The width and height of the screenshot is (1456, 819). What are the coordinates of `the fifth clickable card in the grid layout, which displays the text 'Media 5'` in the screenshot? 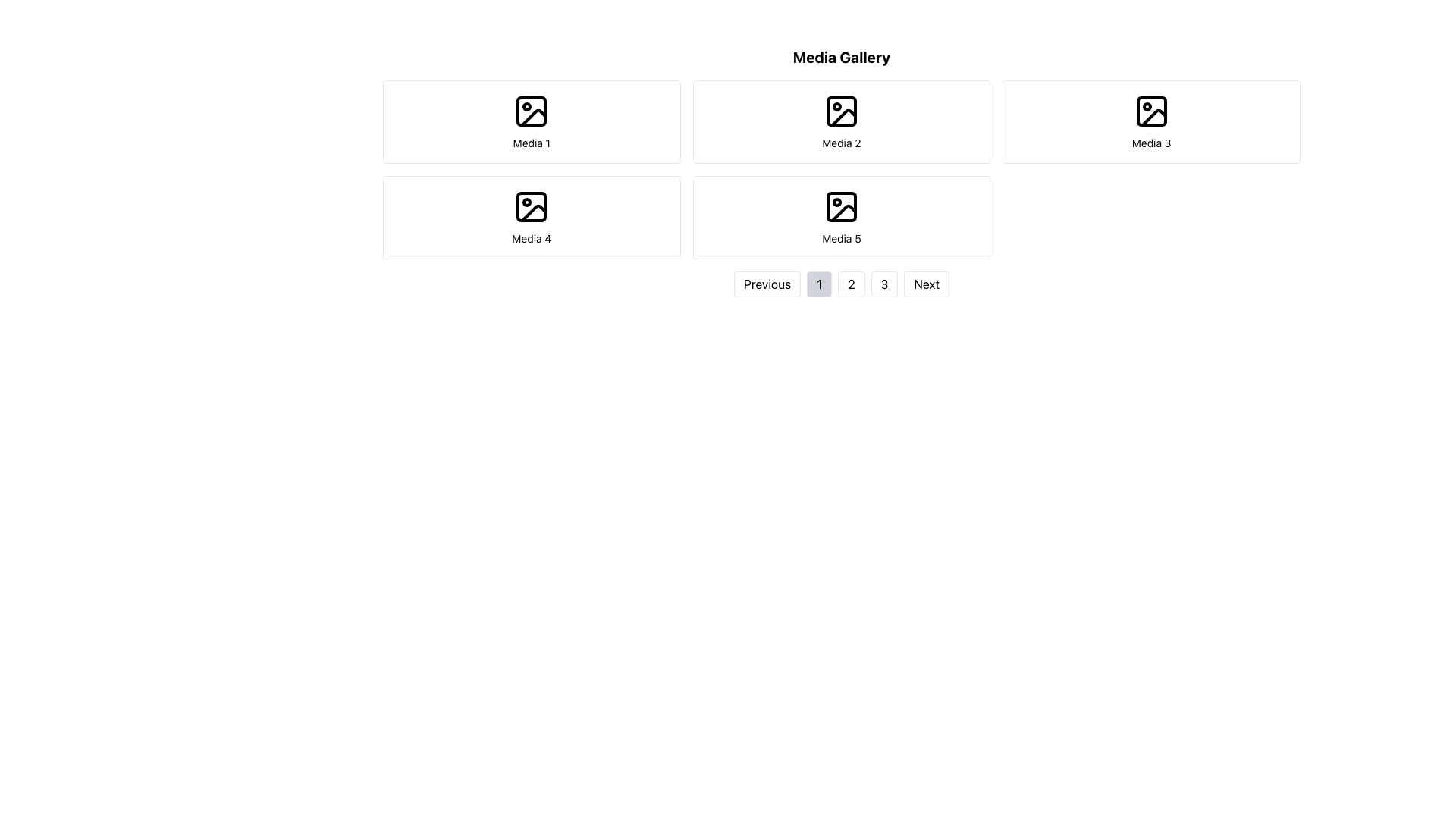 It's located at (840, 217).